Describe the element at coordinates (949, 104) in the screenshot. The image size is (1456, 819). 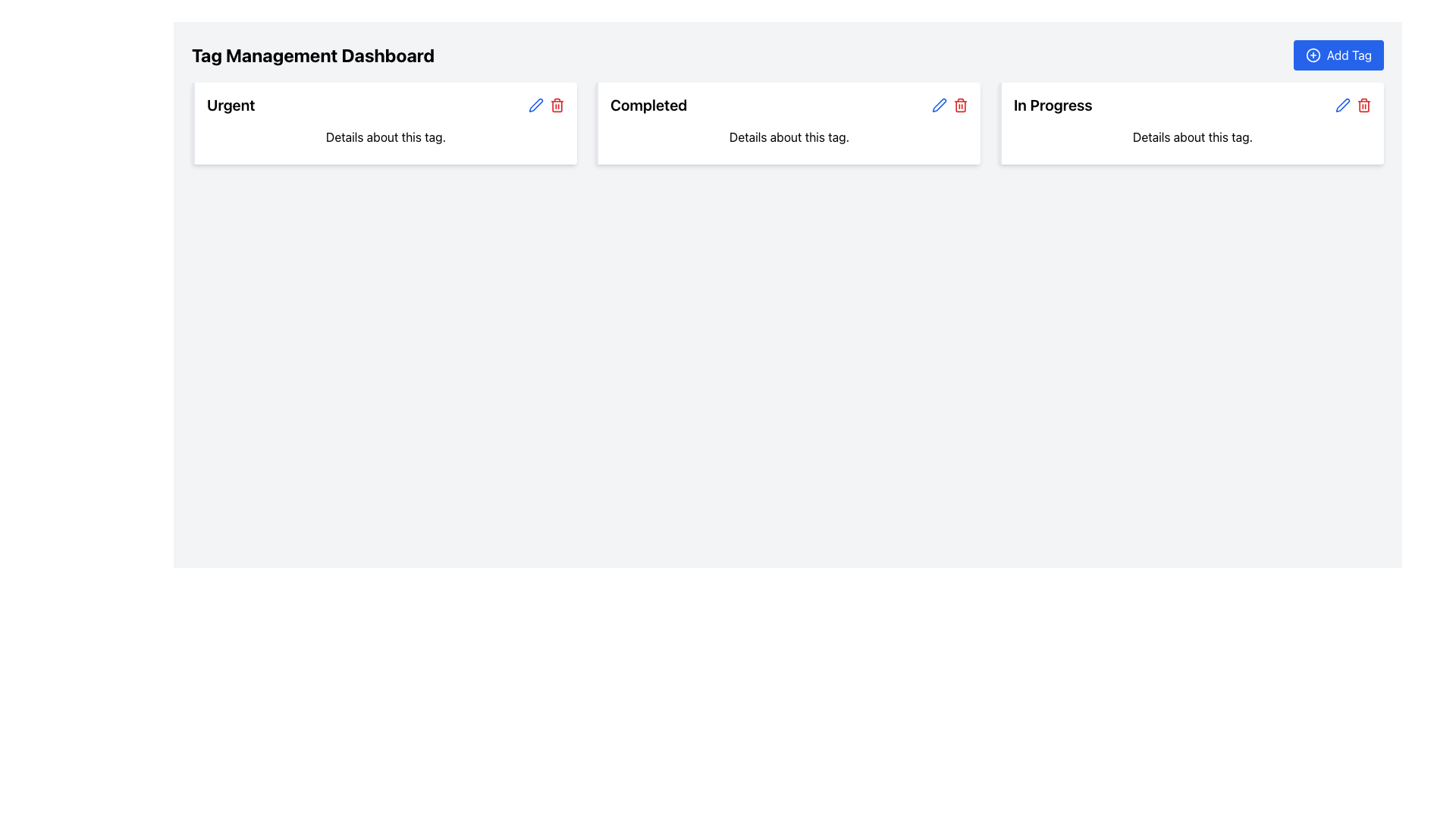
I see `the red trash can icon in the action set located in the top right corner of the 'Completed' item card` at that location.